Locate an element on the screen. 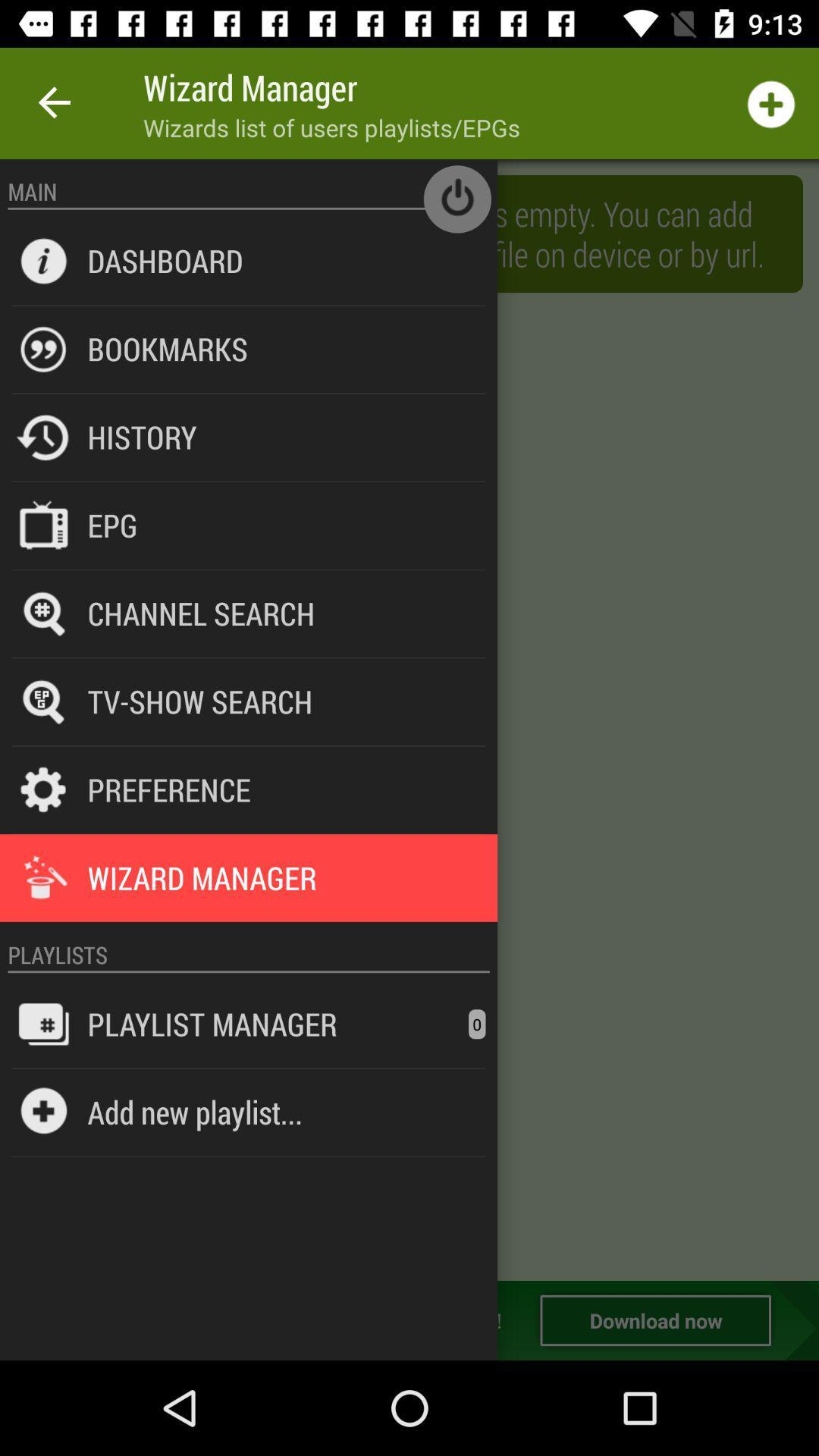 Image resolution: width=819 pixels, height=1456 pixels. main off button is located at coordinates (457, 198).